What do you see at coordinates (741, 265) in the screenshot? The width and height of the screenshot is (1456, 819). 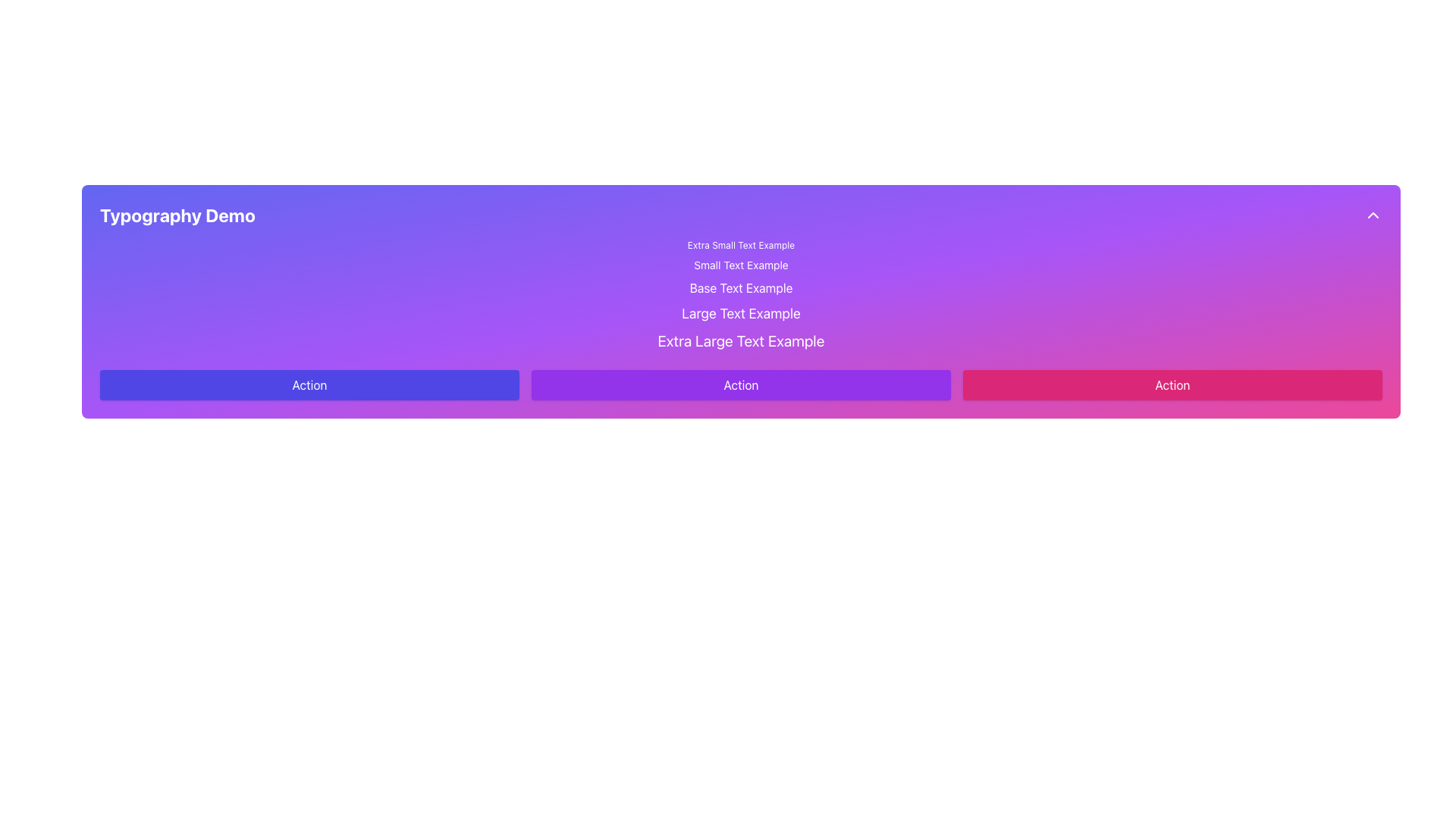 I see `the Text Label element reading 'Small Text Example'` at bounding box center [741, 265].